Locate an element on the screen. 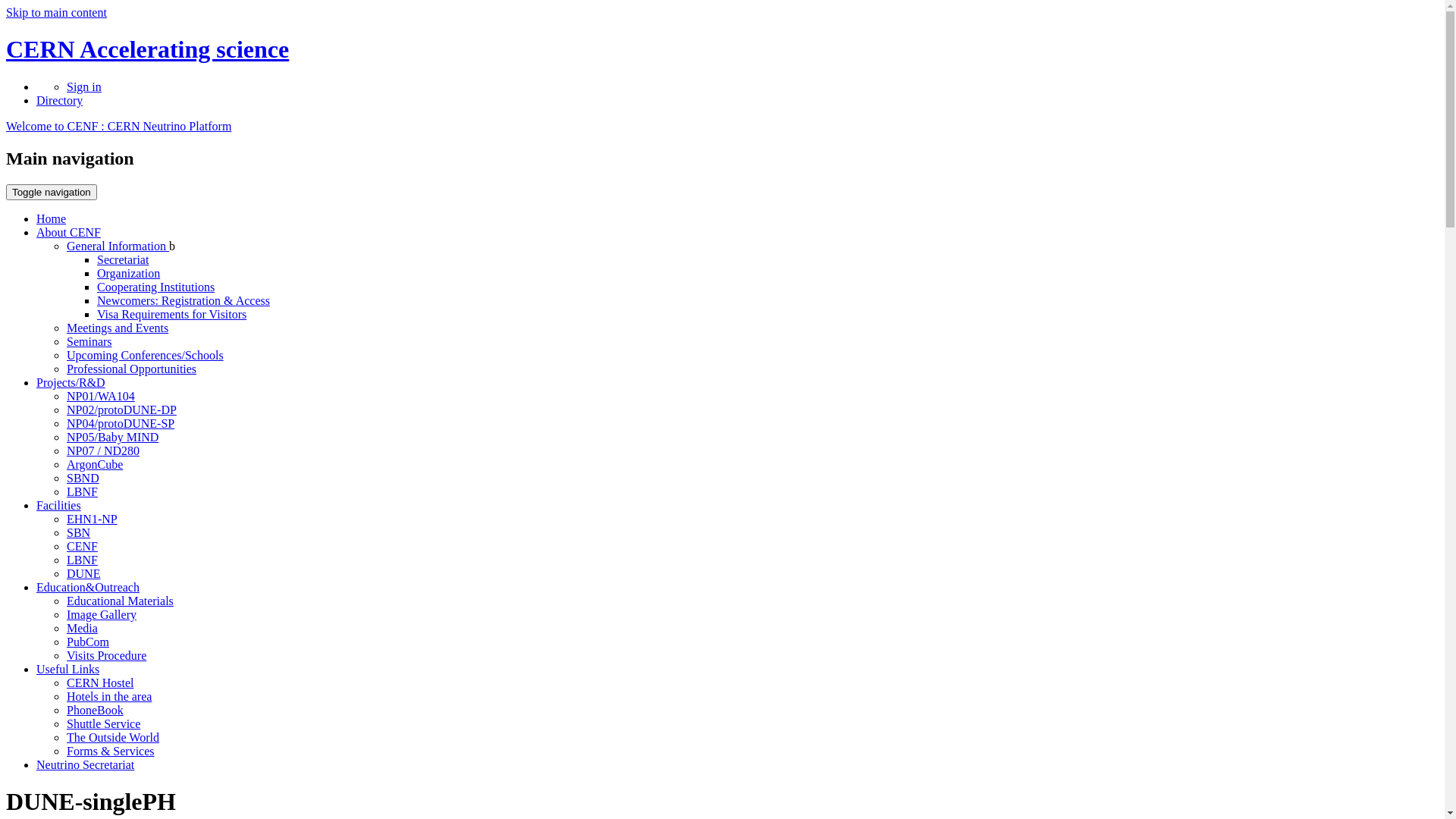  'NP07 / ND280' is located at coordinates (102, 450).